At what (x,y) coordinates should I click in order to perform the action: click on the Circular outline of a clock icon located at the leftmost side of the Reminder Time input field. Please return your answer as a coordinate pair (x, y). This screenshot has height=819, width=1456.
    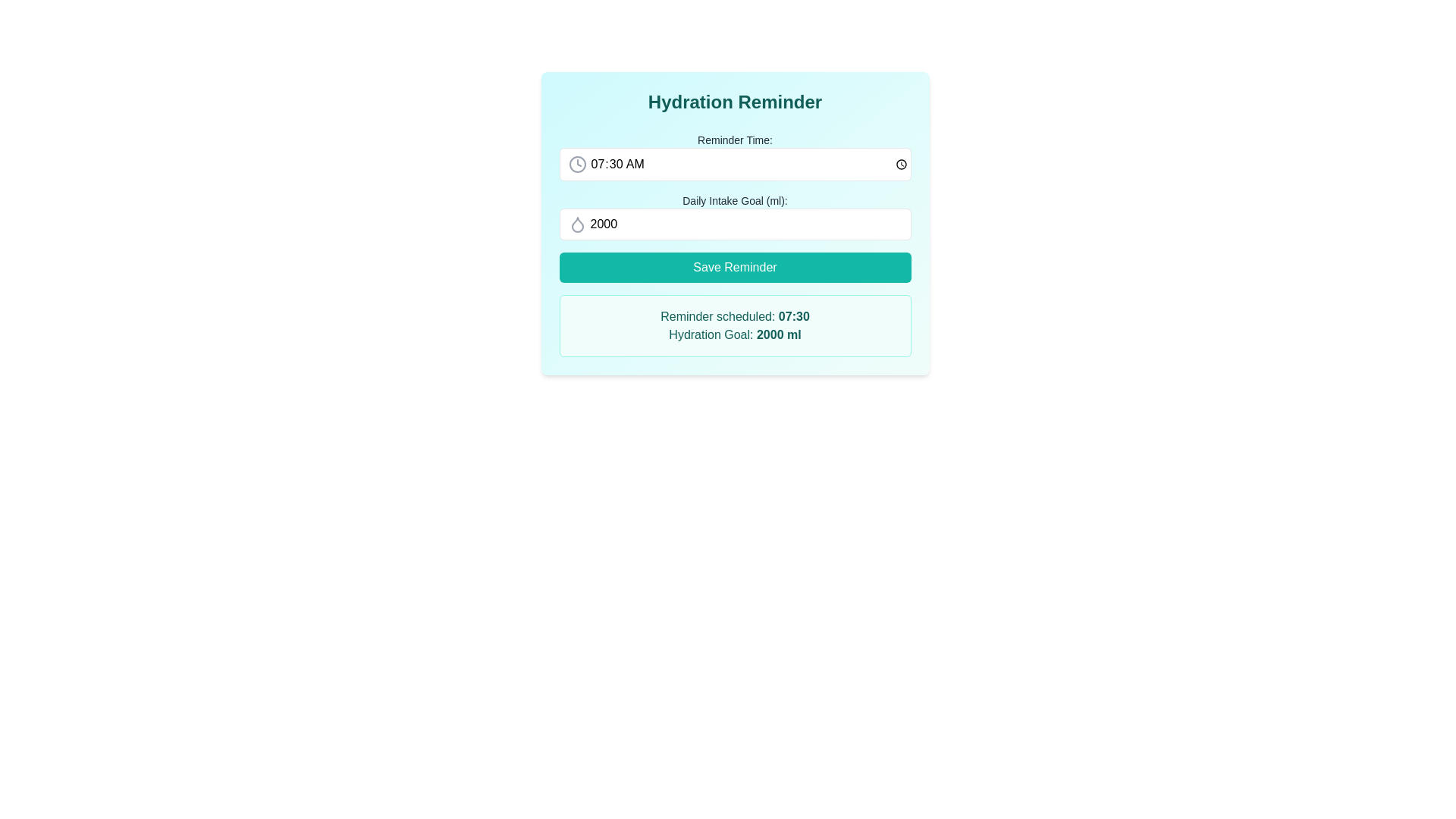
    Looking at the image, I should click on (576, 164).